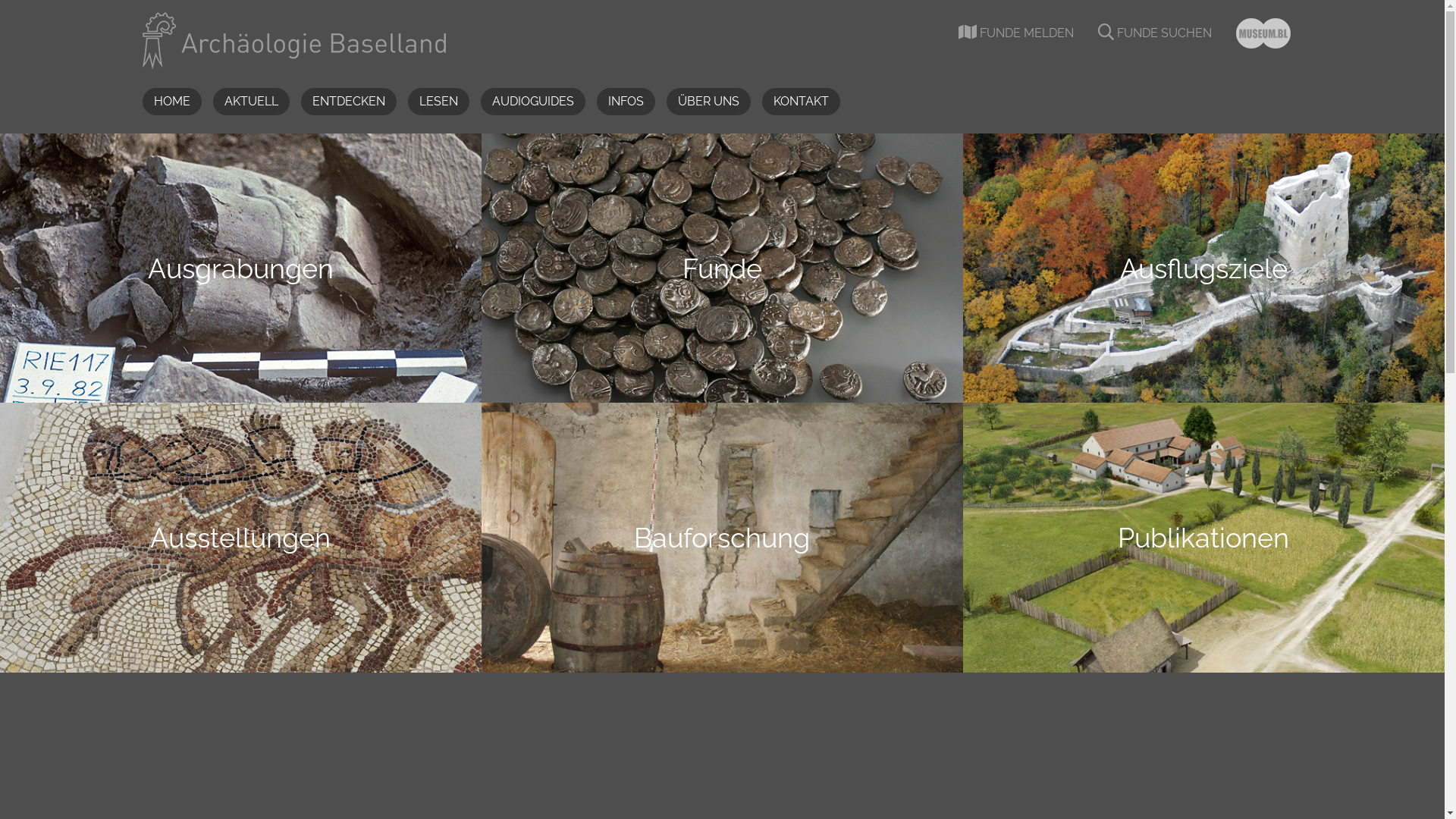  What do you see at coordinates (721, 536) in the screenshot?
I see `'Bauforschung'` at bounding box center [721, 536].